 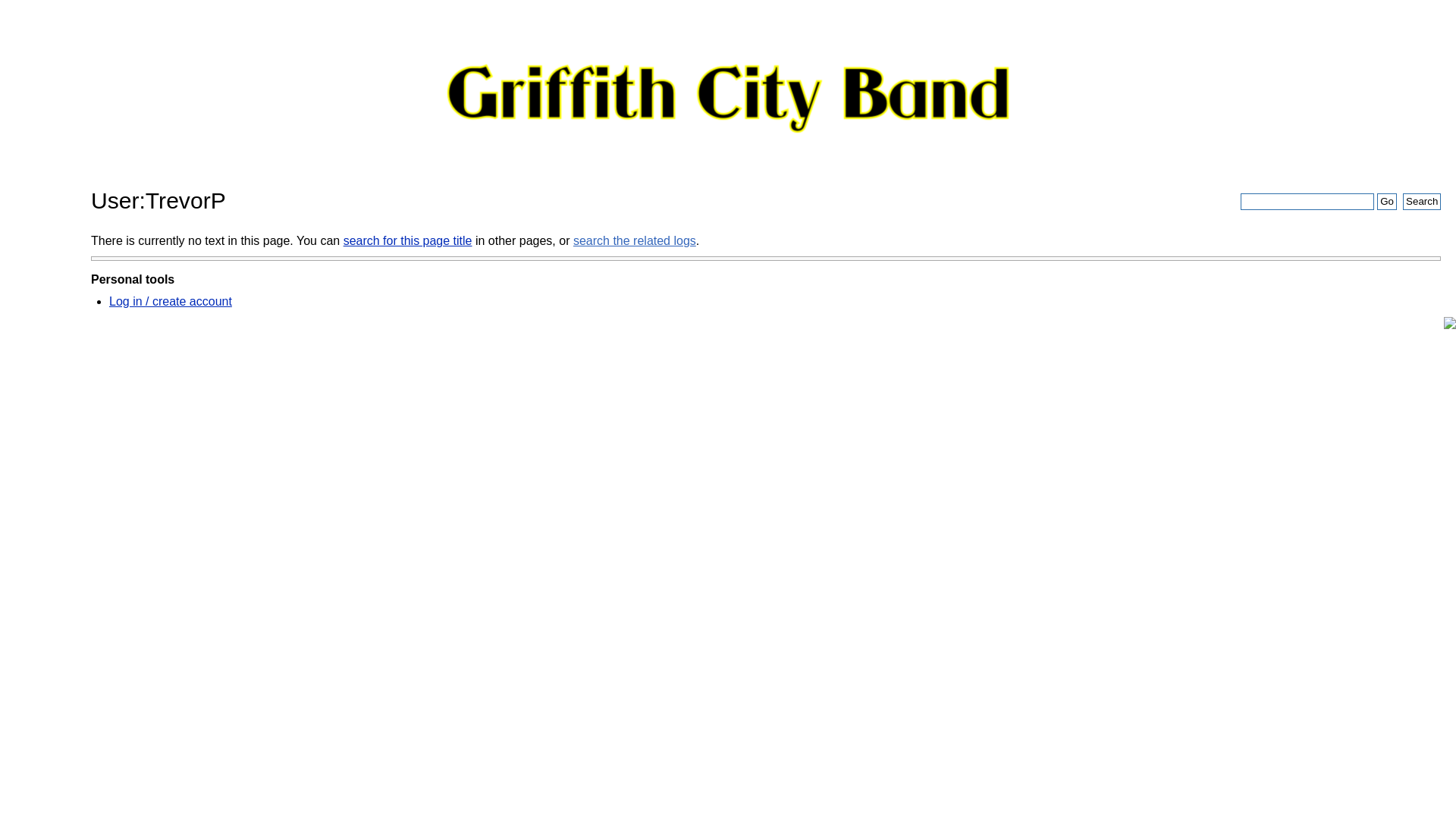 I want to click on 'Go', so click(x=1386, y=201).